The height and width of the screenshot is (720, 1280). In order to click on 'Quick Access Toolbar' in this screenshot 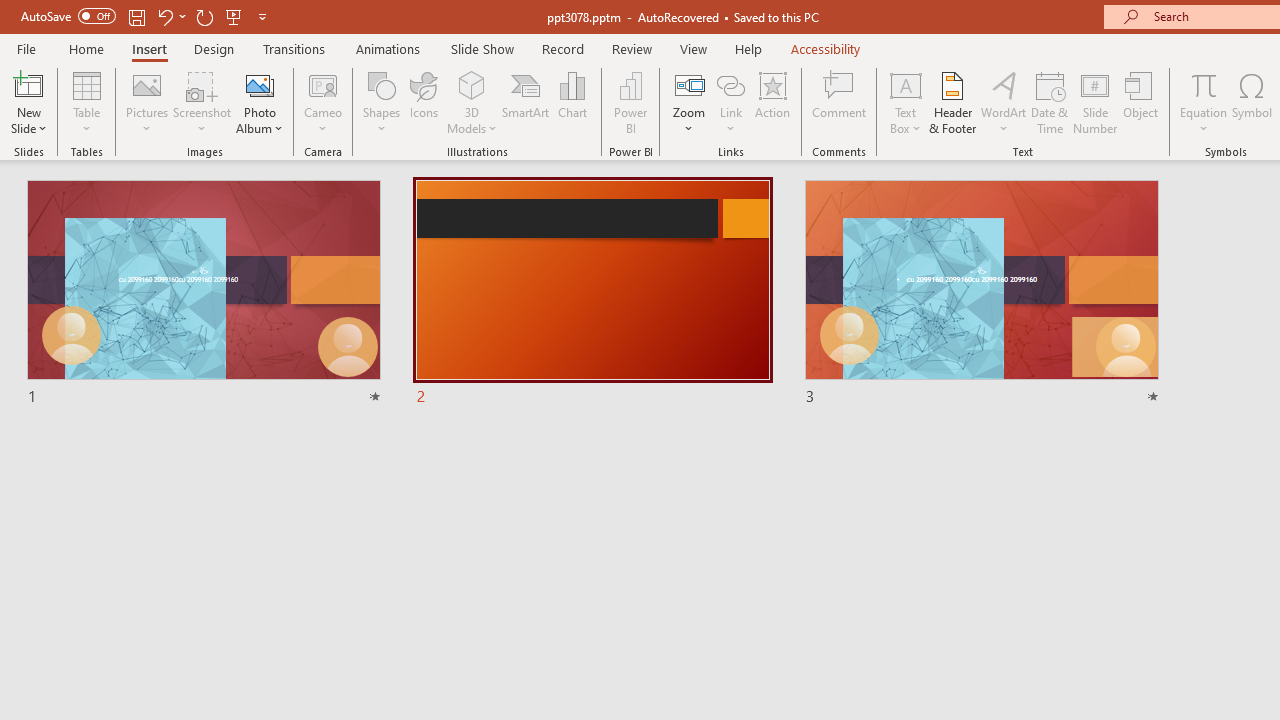, I will do `click(144, 16)`.